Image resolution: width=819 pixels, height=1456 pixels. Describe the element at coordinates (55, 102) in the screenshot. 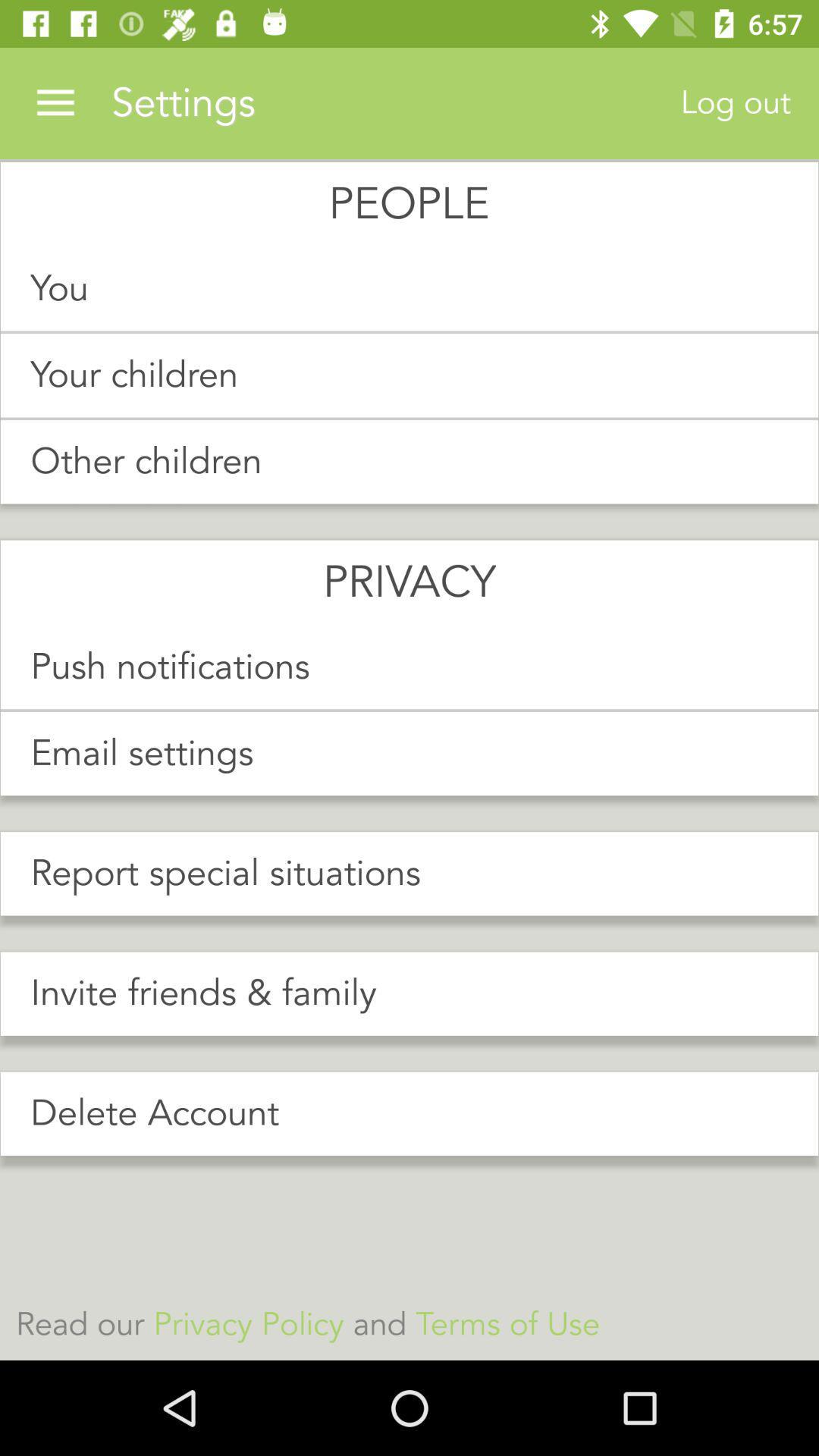

I see `the icon above the you item` at that location.